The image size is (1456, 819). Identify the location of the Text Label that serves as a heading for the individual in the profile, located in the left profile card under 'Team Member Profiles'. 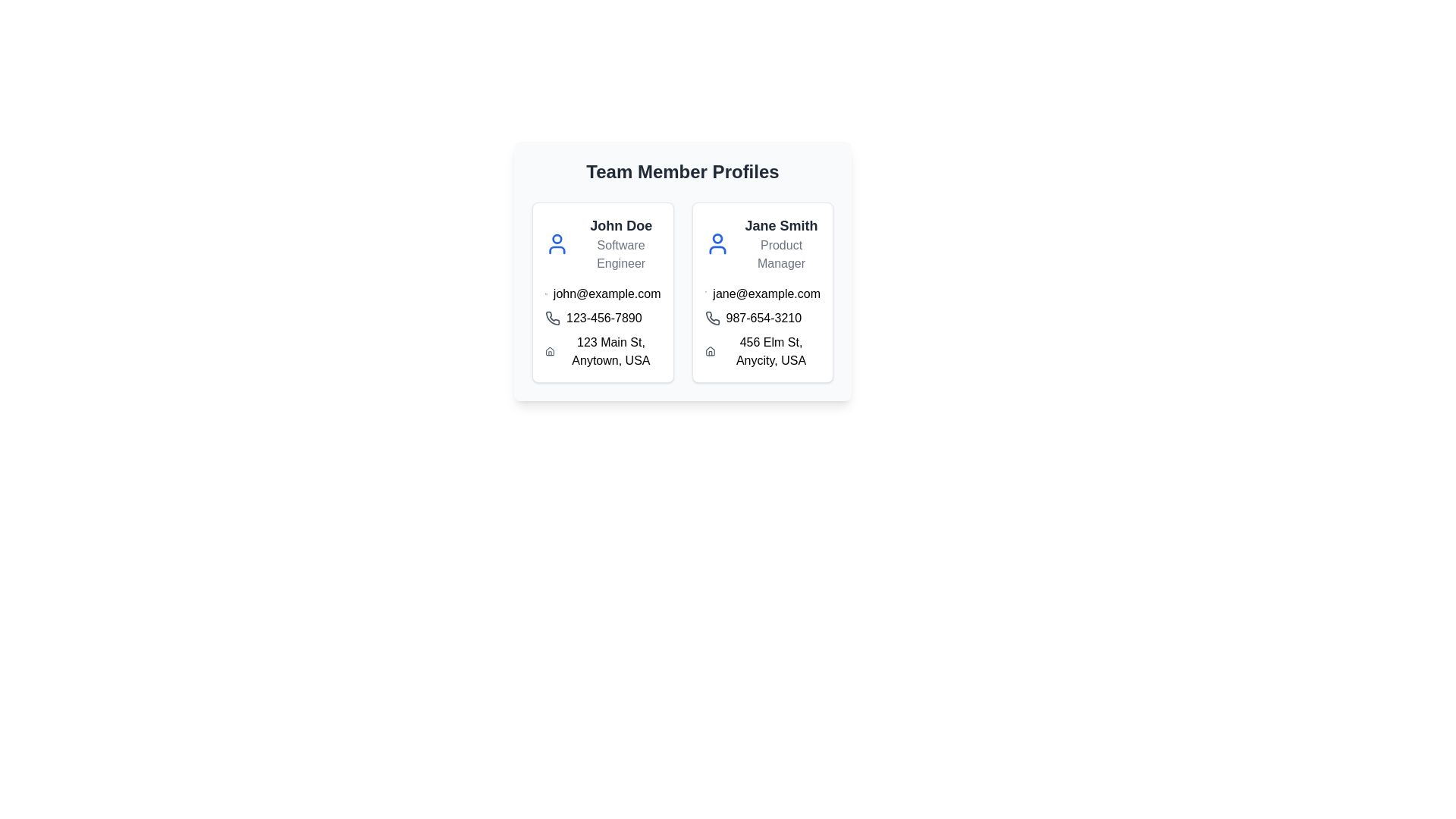
(621, 225).